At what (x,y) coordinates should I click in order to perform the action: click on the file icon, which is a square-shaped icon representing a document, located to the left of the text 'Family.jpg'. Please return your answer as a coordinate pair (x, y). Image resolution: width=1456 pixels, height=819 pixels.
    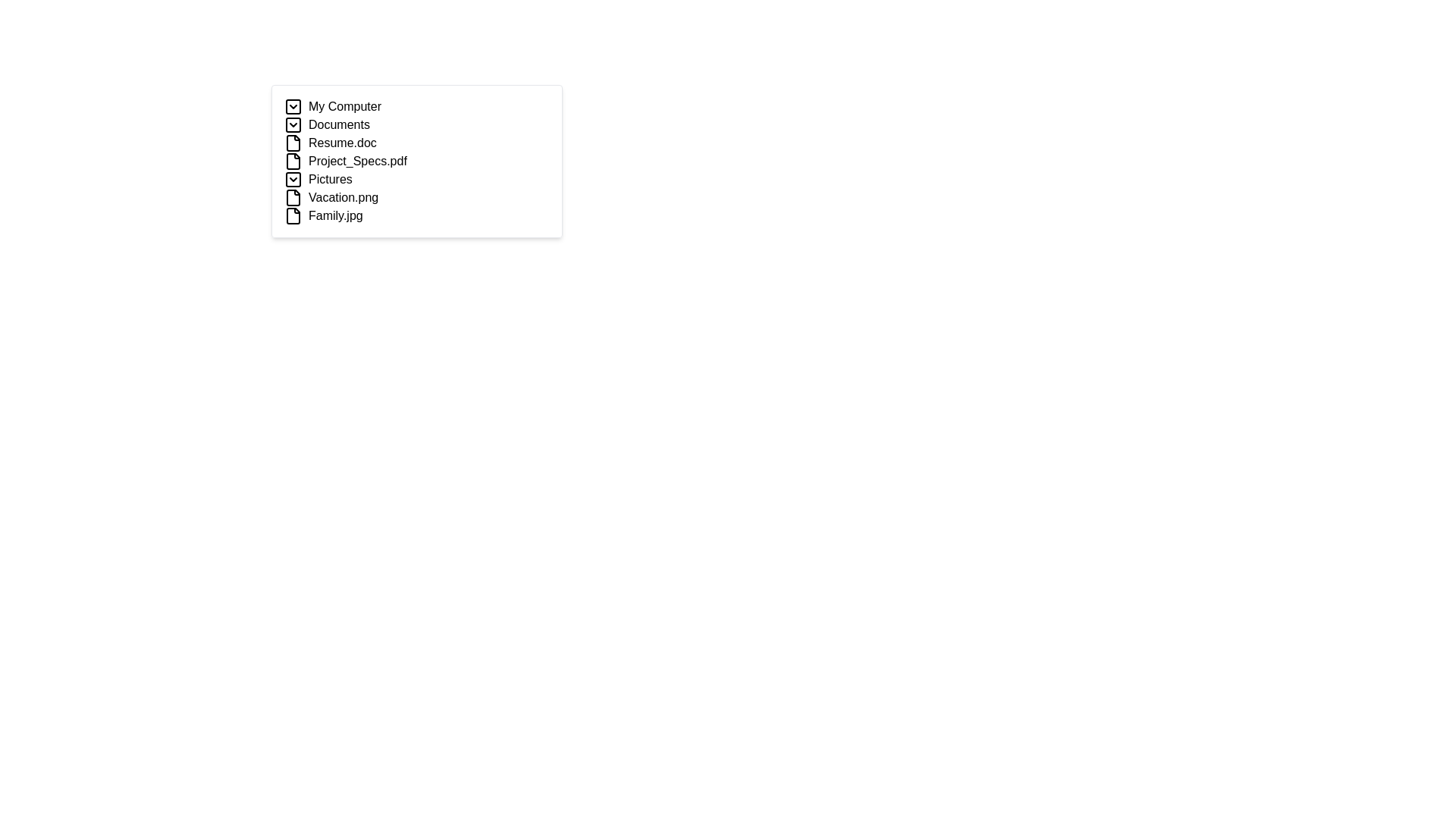
    Looking at the image, I should click on (293, 216).